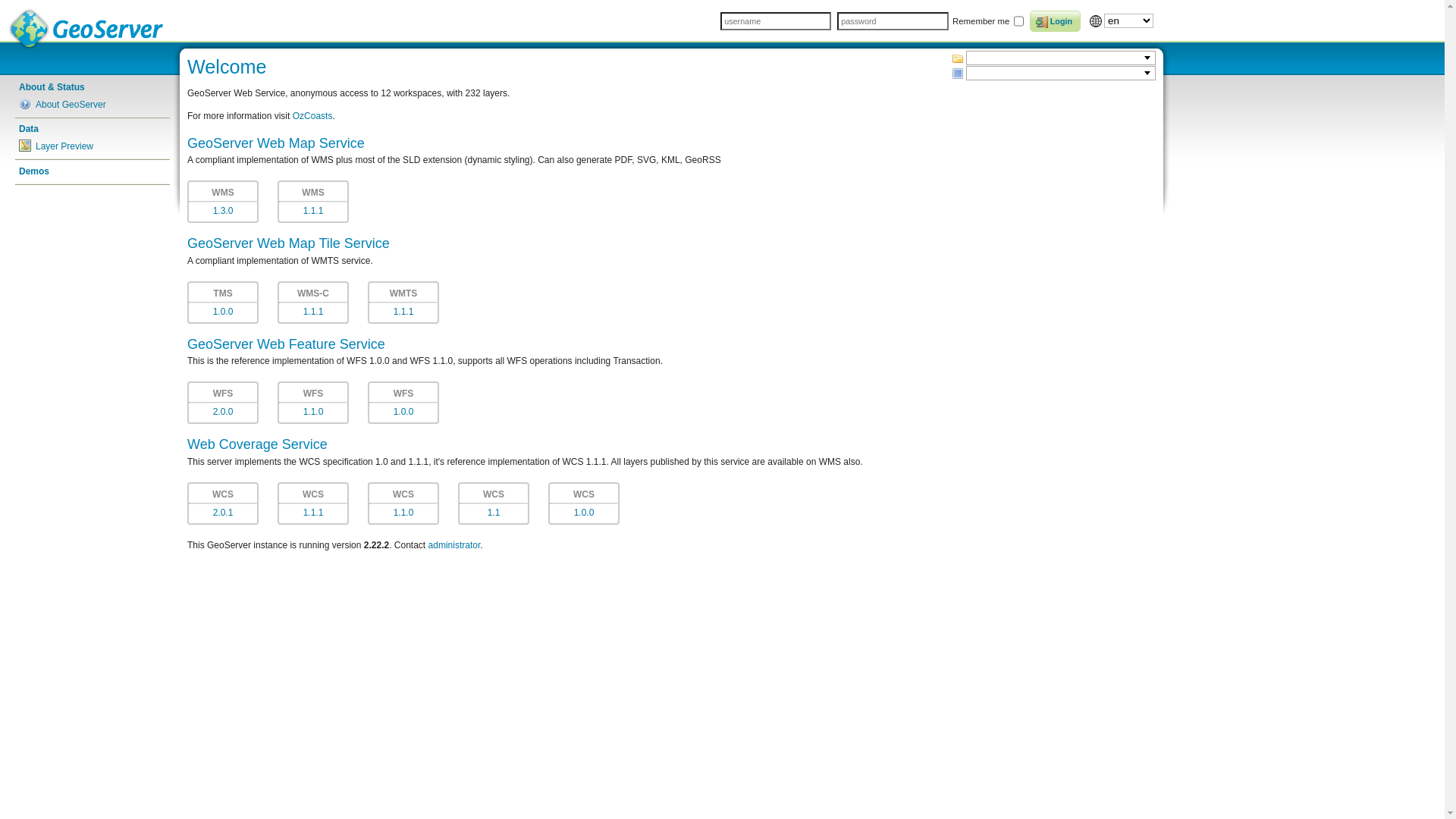 The width and height of the screenshot is (1456, 819). What do you see at coordinates (1055, 20) in the screenshot?
I see `'Login'` at bounding box center [1055, 20].